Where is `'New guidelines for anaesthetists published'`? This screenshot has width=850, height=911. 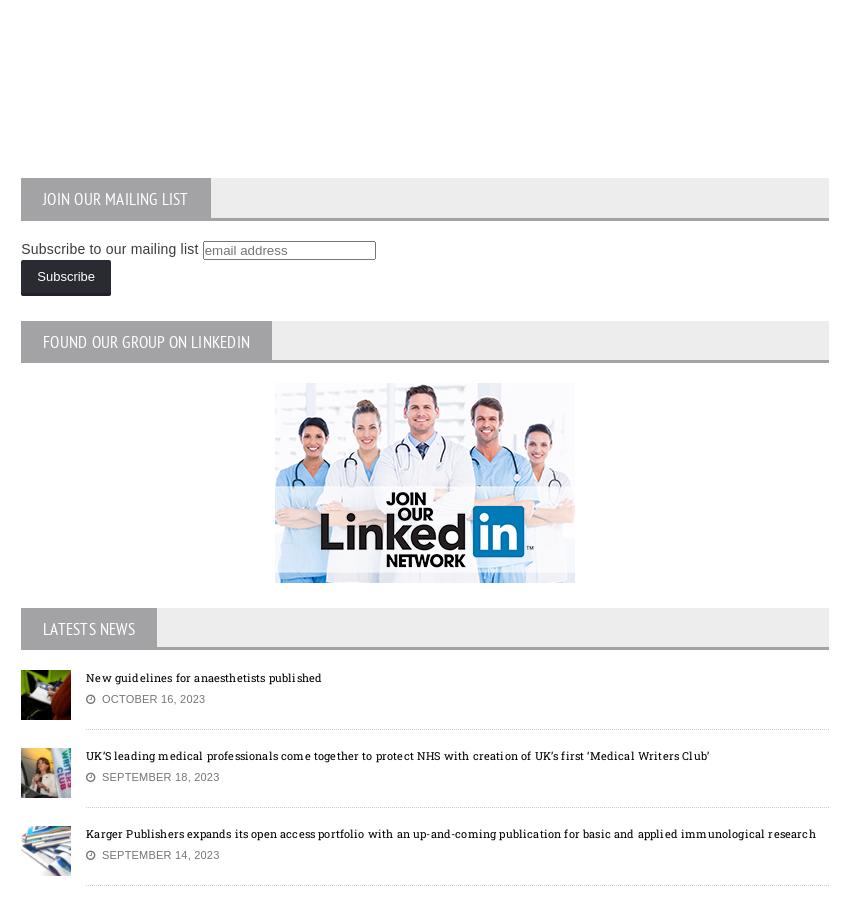 'New guidelines for anaesthetists published' is located at coordinates (85, 676).